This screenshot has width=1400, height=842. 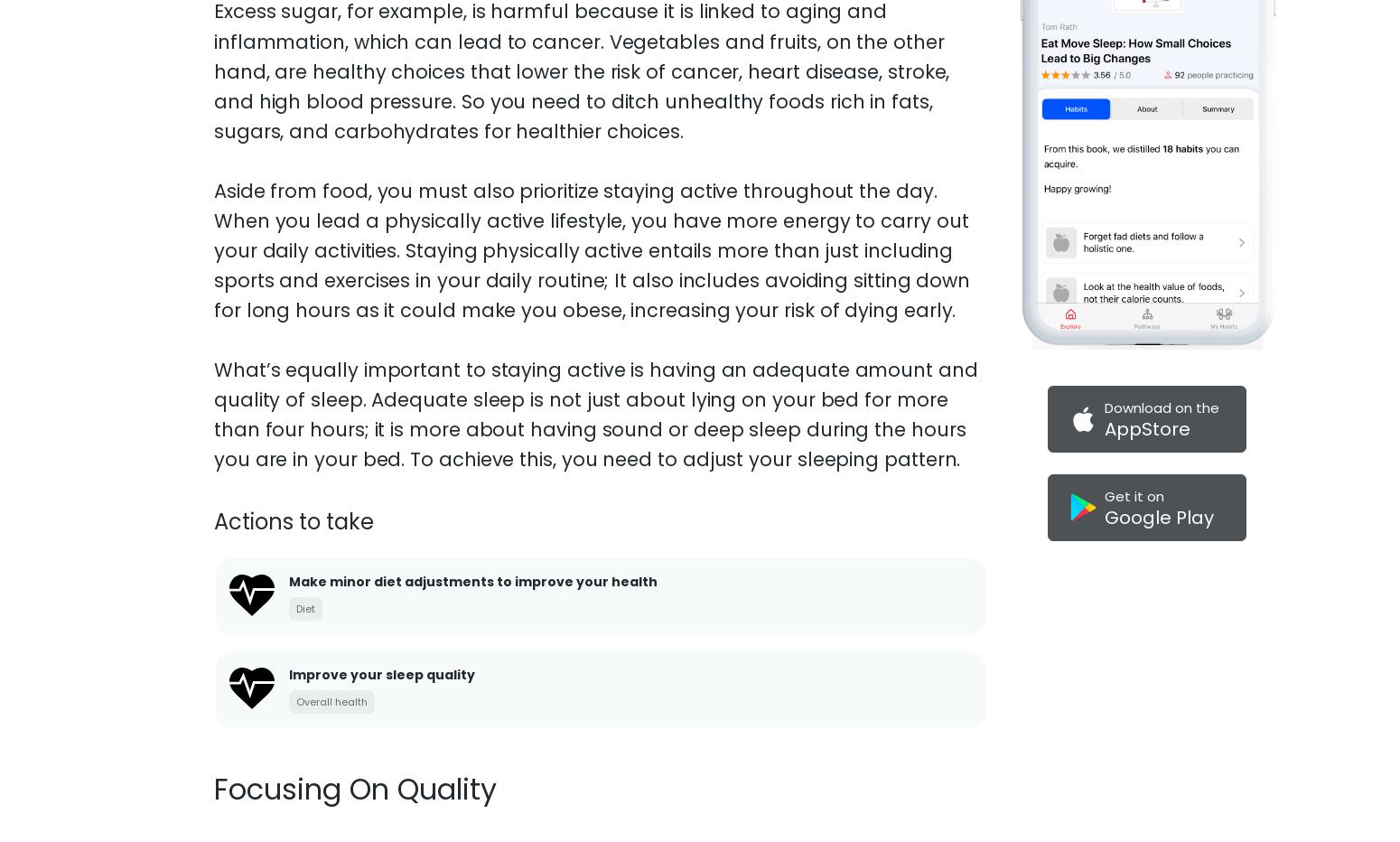 What do you see at coordinates (409, 609) in the screenshot?
I see `'Motivate yourself to exercise daily'` at bounding box center [409, 609].